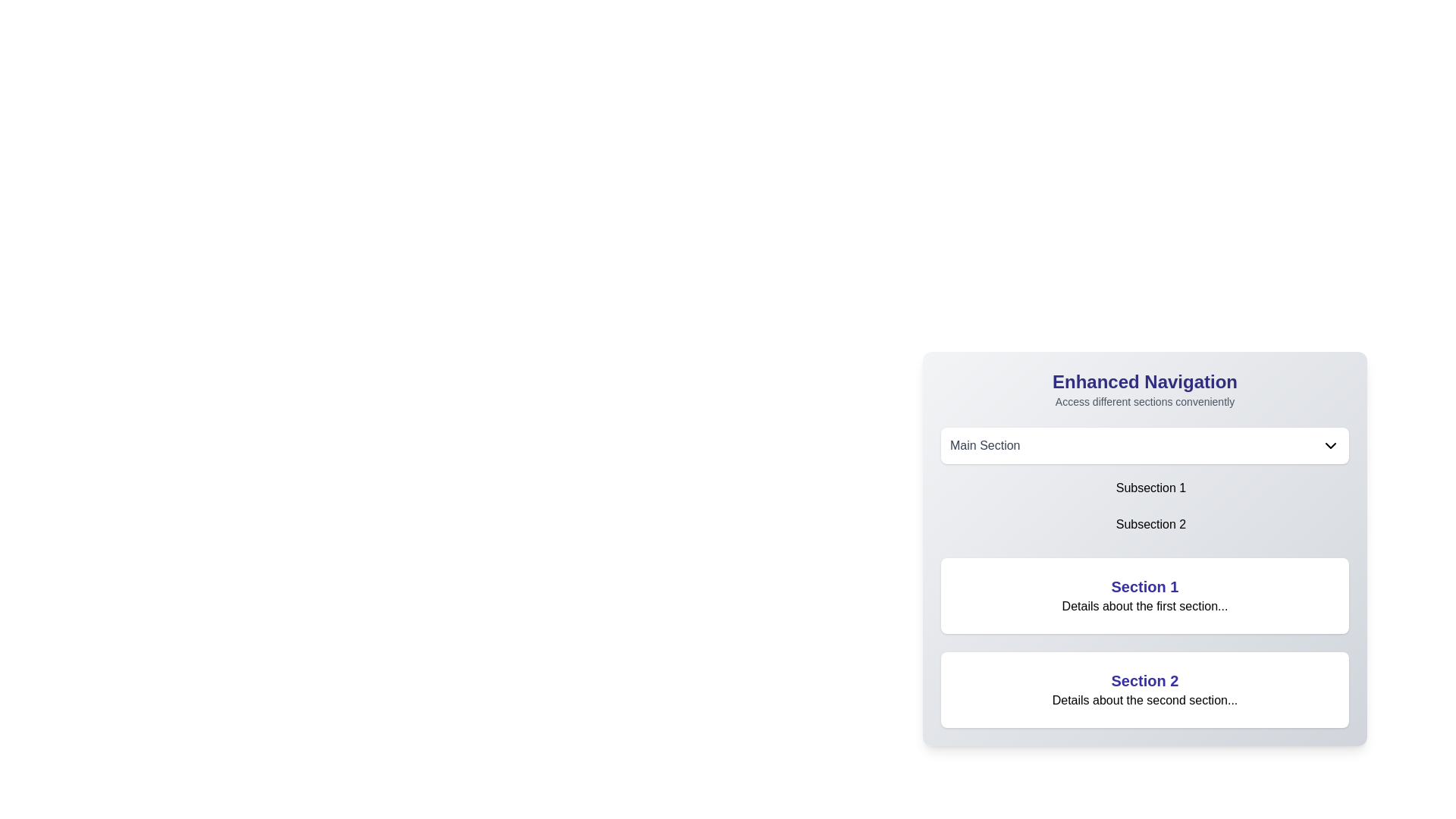 The height and width of the screenshot is (819, 1456). Describe the element at coordinates (1145, 400) in the screenshot. I see `the static text label that provides additional context for the 'Enhanced Navigation' section, located beneath it and horizontally centered` at that location.